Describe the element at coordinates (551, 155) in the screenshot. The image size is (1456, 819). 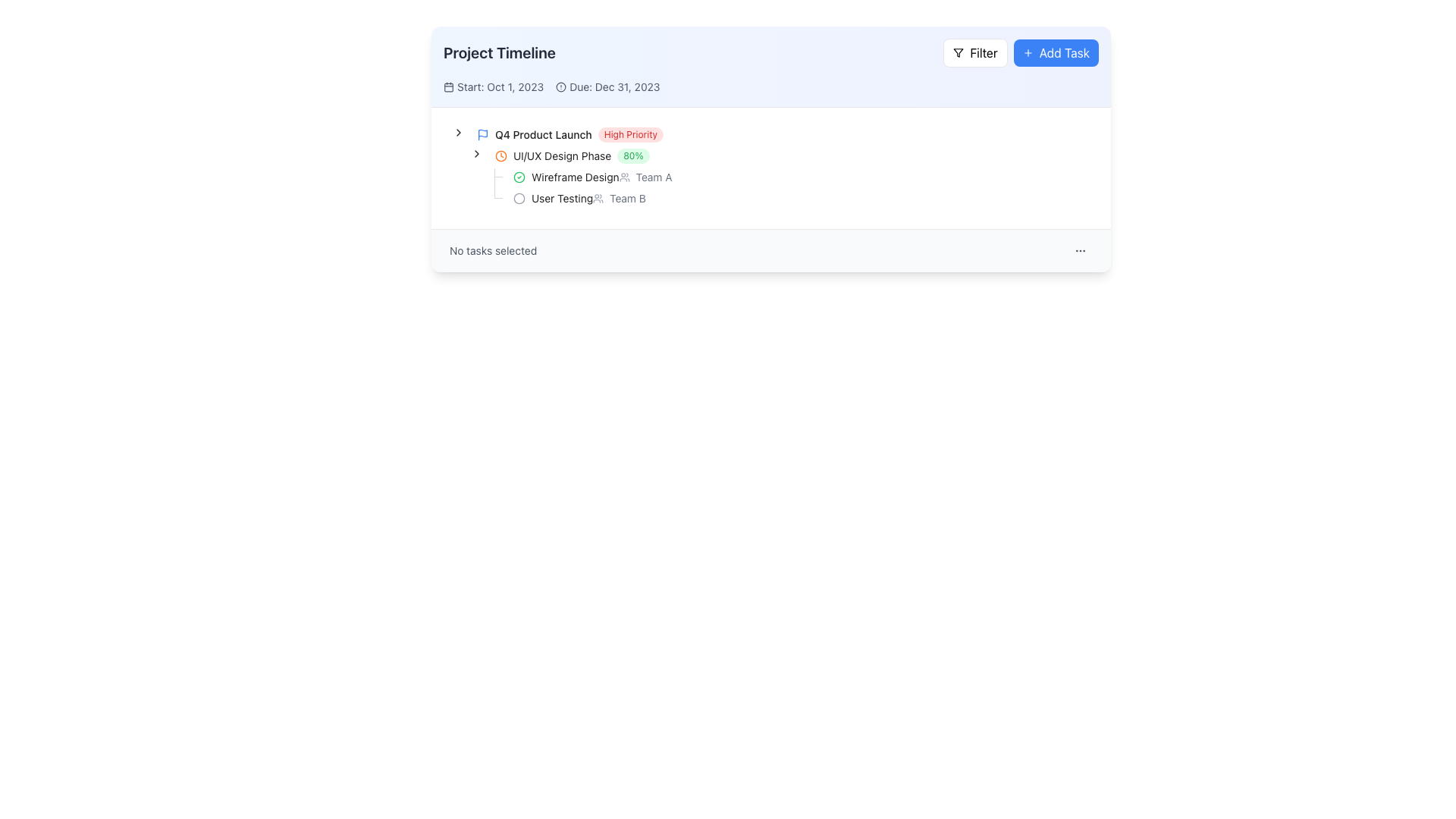
I see `the Tree item representing the UI/UX Design phase under the 'Q4 Product Launch' group` at that location.